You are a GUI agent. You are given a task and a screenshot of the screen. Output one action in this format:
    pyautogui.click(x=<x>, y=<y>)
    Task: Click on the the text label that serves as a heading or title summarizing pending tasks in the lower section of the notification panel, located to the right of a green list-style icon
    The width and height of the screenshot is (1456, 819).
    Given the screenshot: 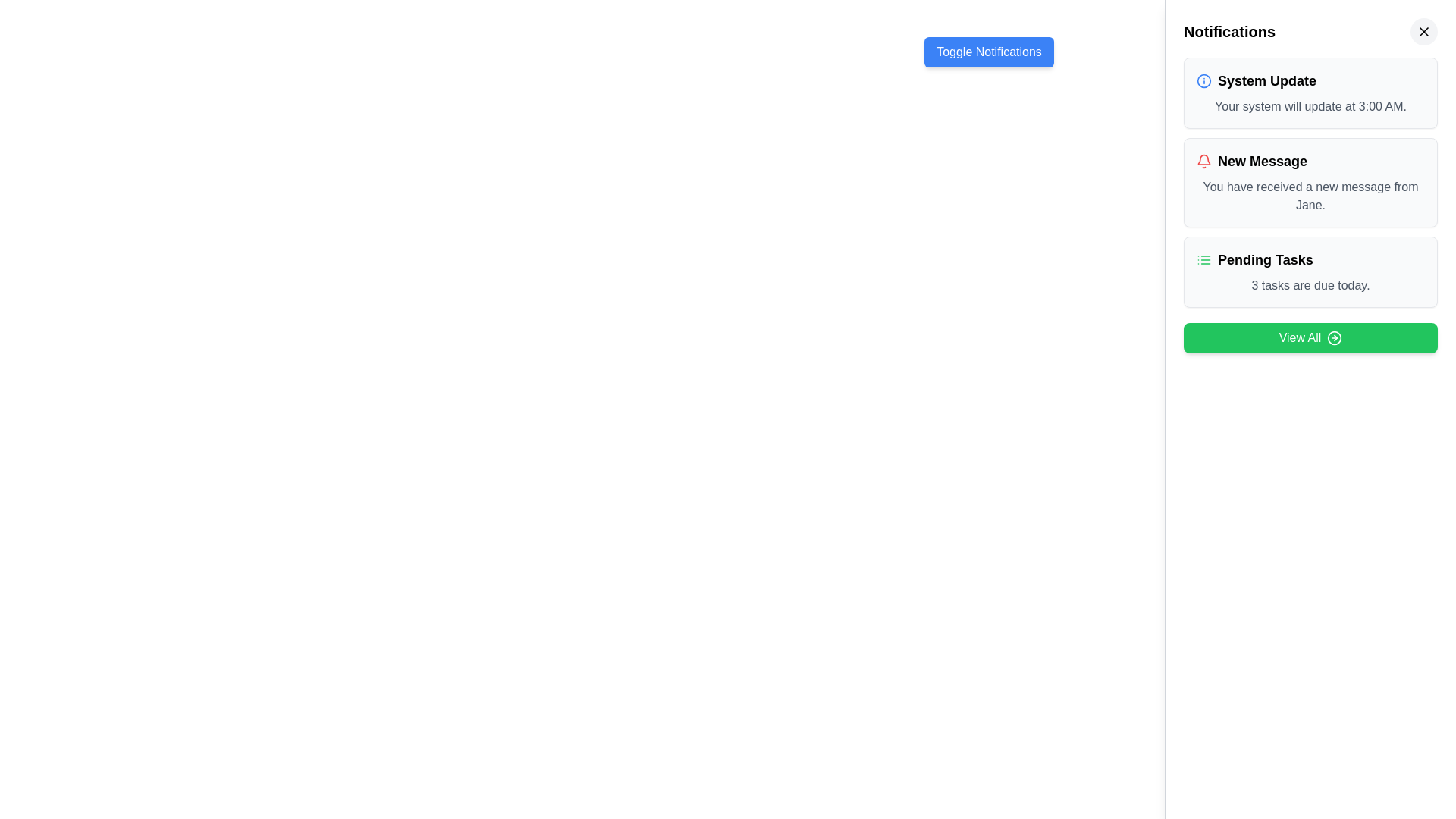 What is the action you would take?
    pyautogui.click(x=1265, y=259)
    